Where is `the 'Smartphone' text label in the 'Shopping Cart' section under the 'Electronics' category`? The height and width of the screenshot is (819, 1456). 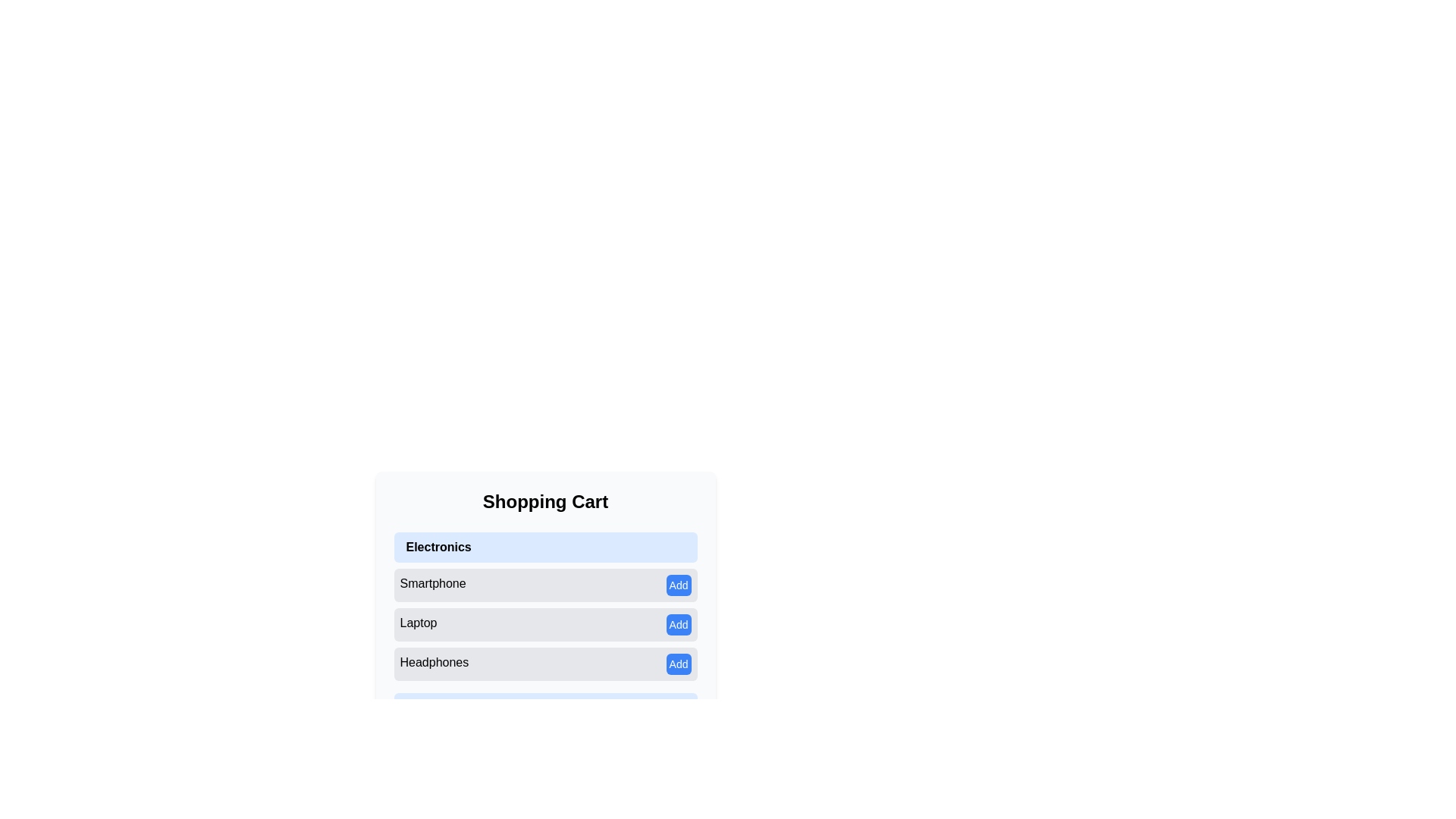
the 'Smartphone' text label in the 'Shopping Cart' section under the 'Electronics' category is located at coordinates (432, 584).